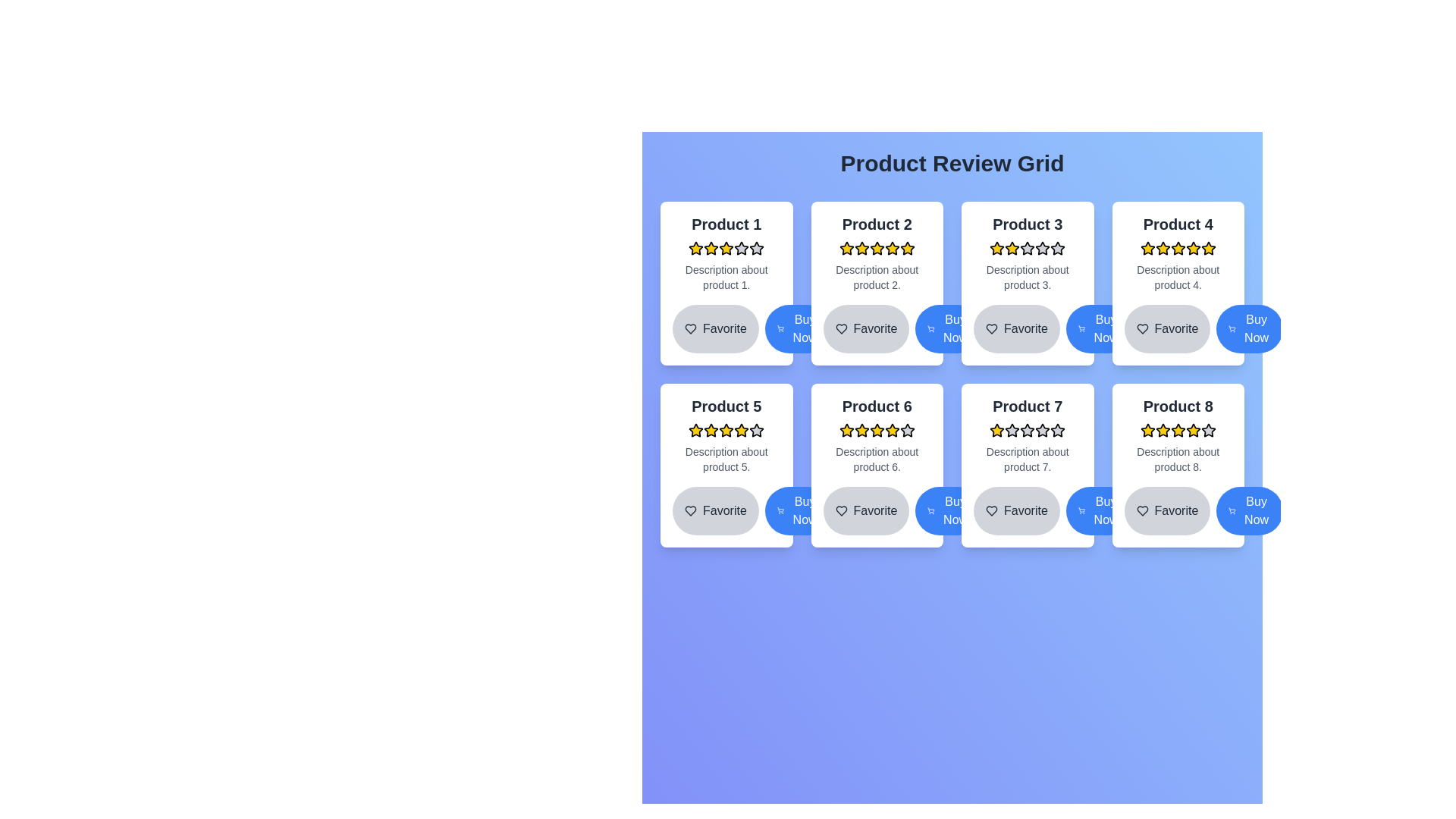 This screenshot has height=819, width=1456. What do you see at coordinates (1177, 435) in the screenshot?
I see `the stars in the Product information card section titled 'Product 8' to interact with the rating system` at bounding box center [1177, 435].